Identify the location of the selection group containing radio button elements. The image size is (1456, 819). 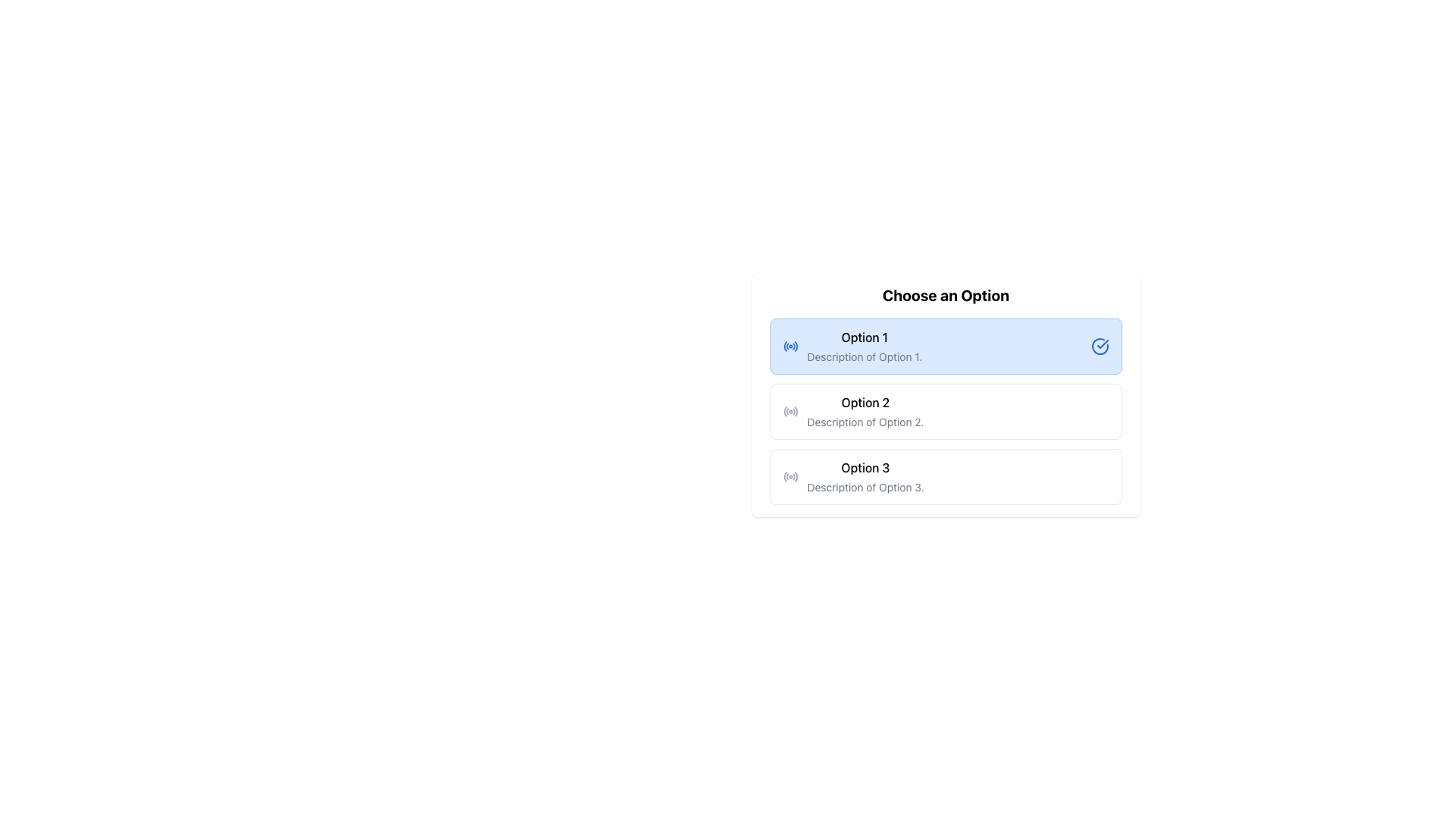
(945, 394).